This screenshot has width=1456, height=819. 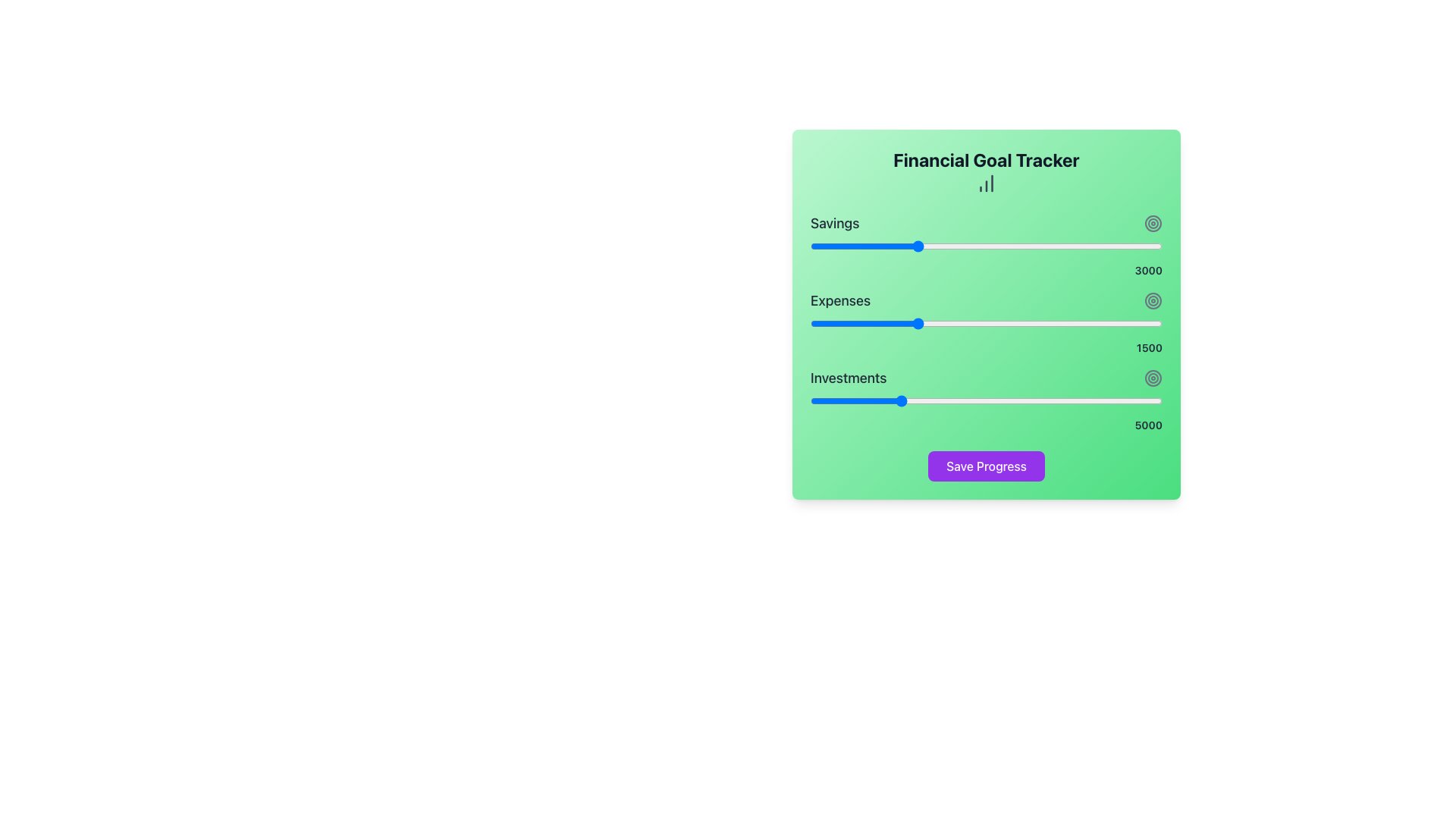 What do you see at coordinates (1153, 301) in the screenshot?
I see `properties of the outermost SVG circle in the concentric circle design, located adjacent to the 'Expenses' label and the numeric value '3000'` at bounding box center [1153, 301].